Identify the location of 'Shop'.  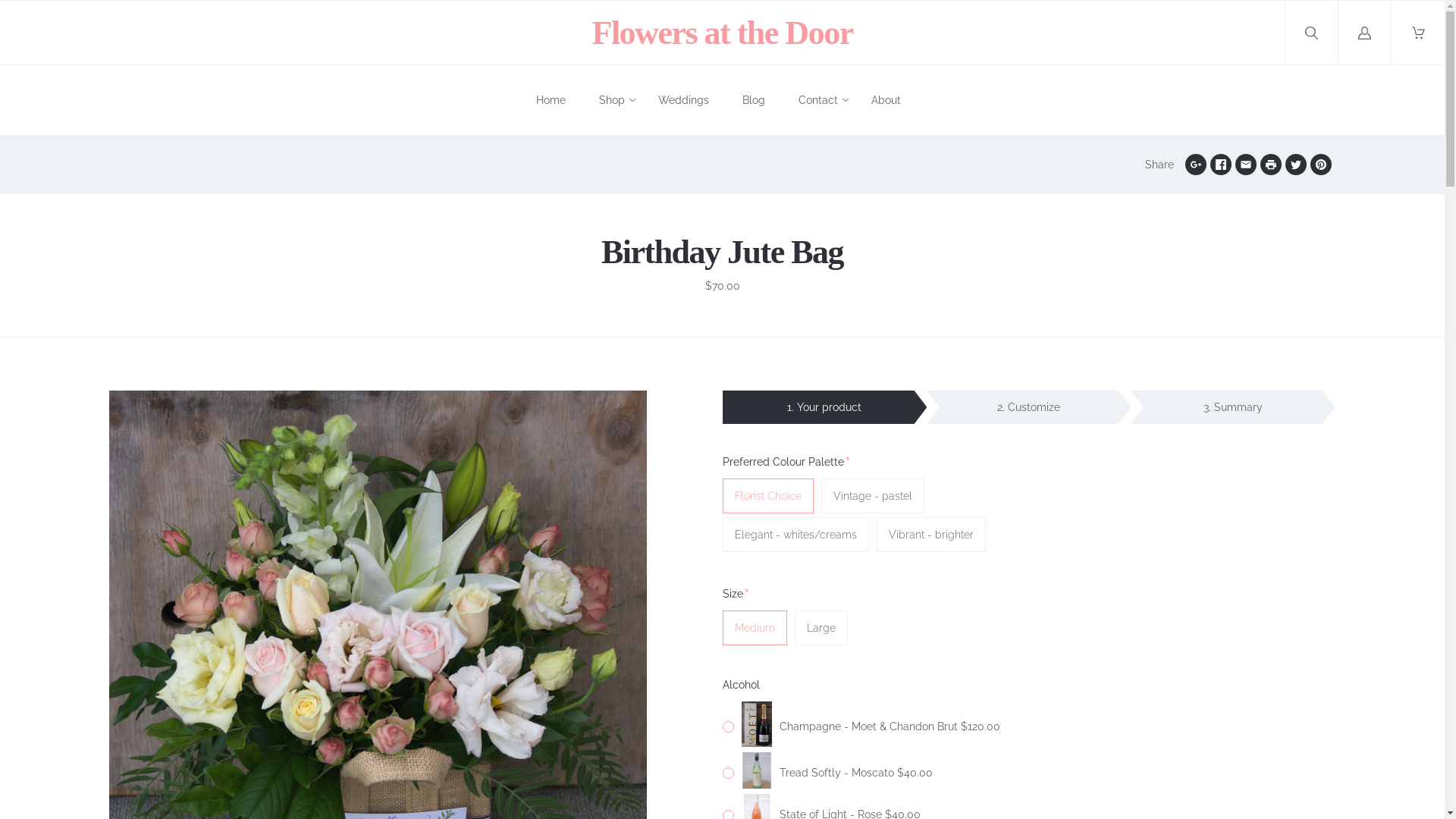
(611, 100).